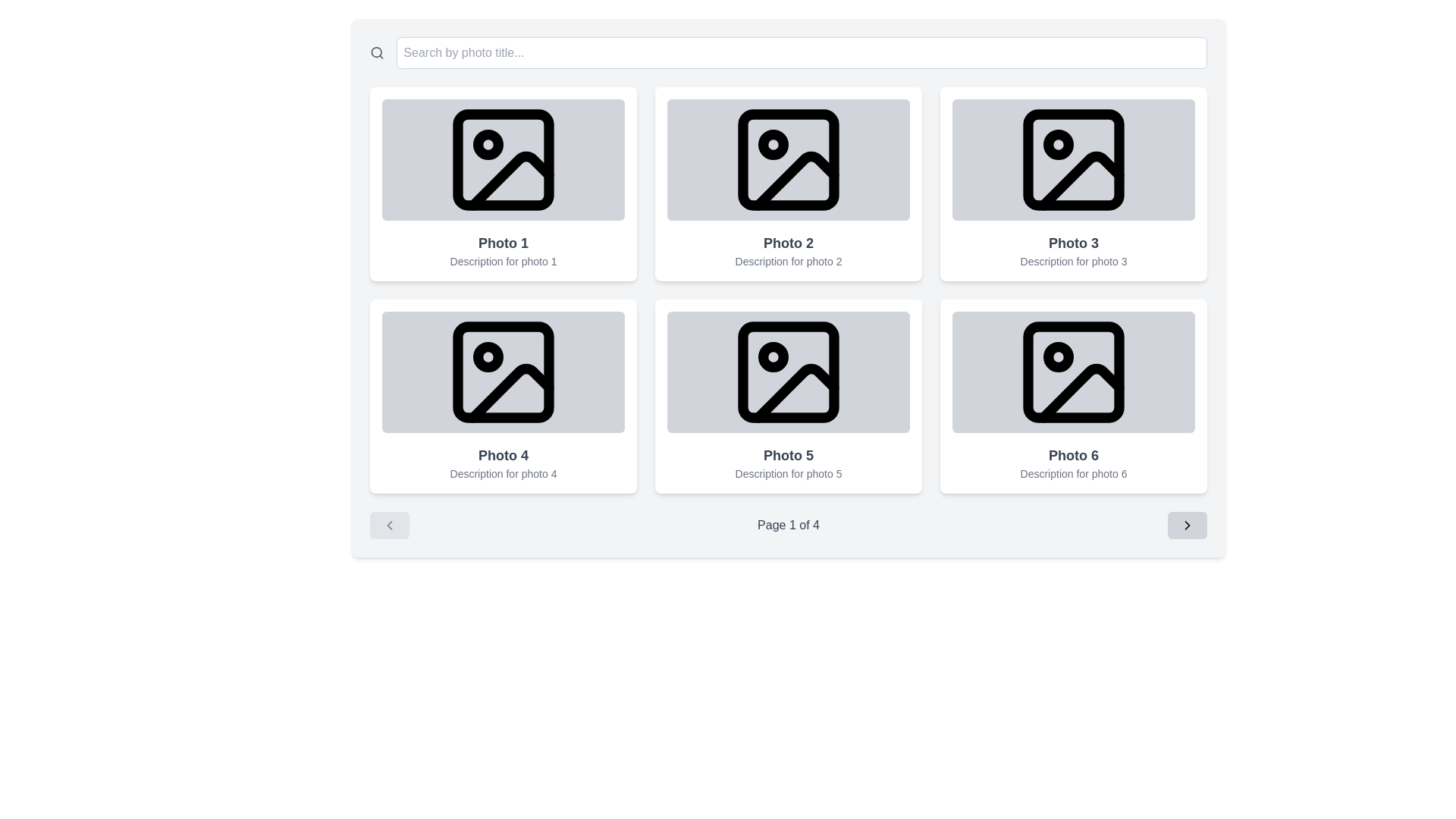 The image size is (1456, 819). I want to click on the small circular decorative component located within the sixth photo tile under the 'Photo 6' section, so click(1058, 356).